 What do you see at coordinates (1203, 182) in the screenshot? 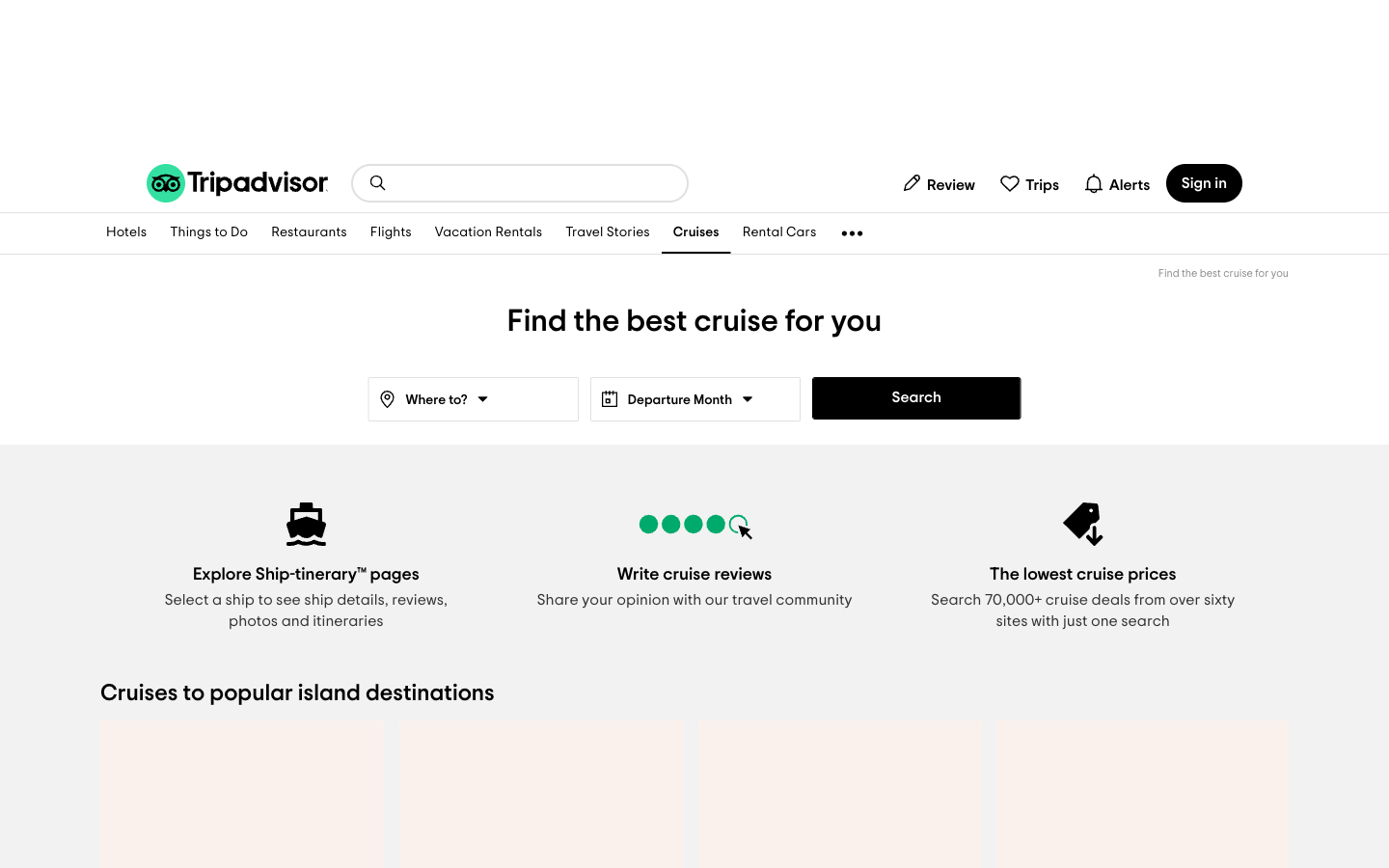
I see `log in page` at bounding box center [1203, 182].